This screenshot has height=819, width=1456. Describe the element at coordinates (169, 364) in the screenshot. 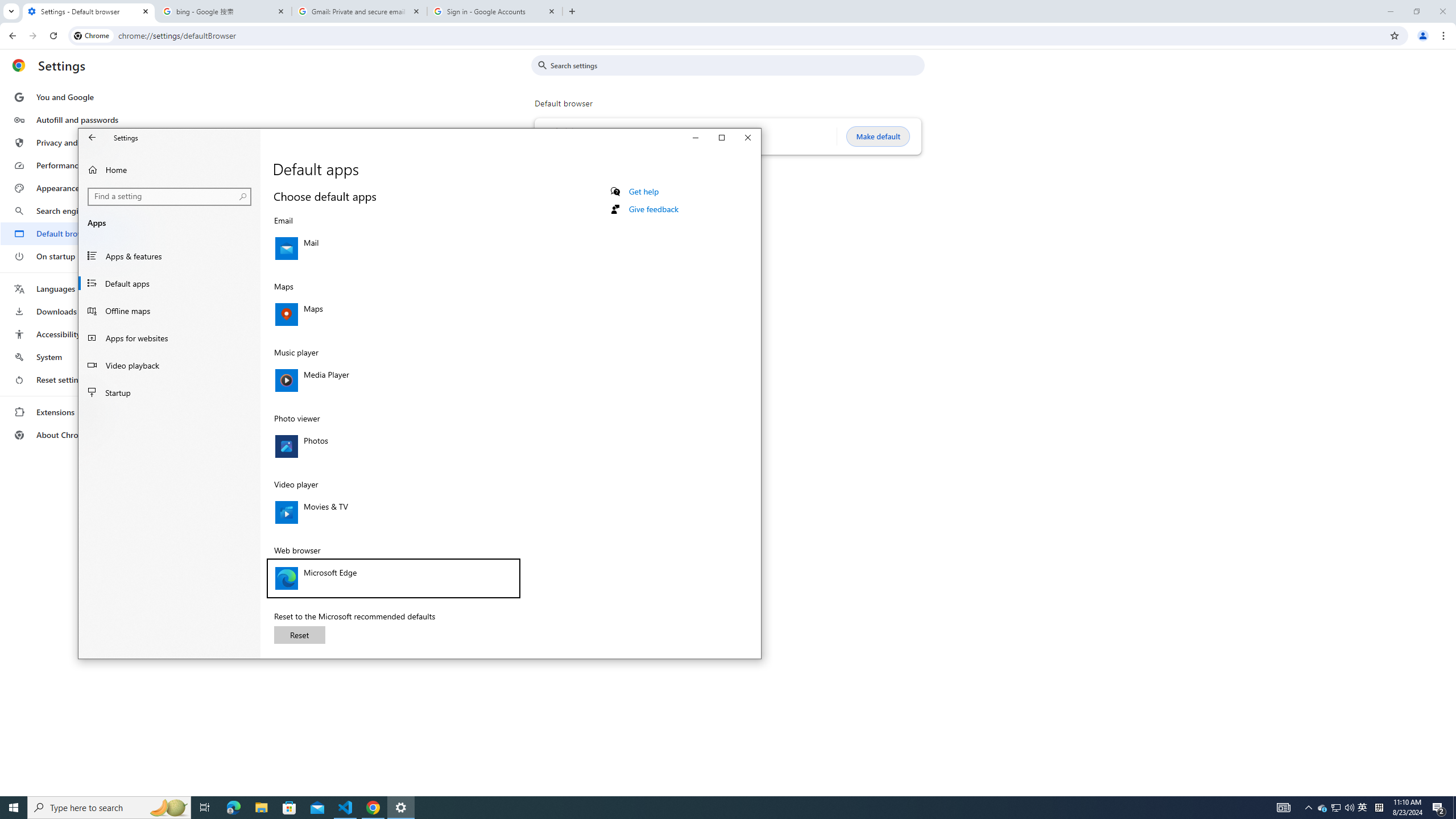

I see `'Video playback'` at that location.